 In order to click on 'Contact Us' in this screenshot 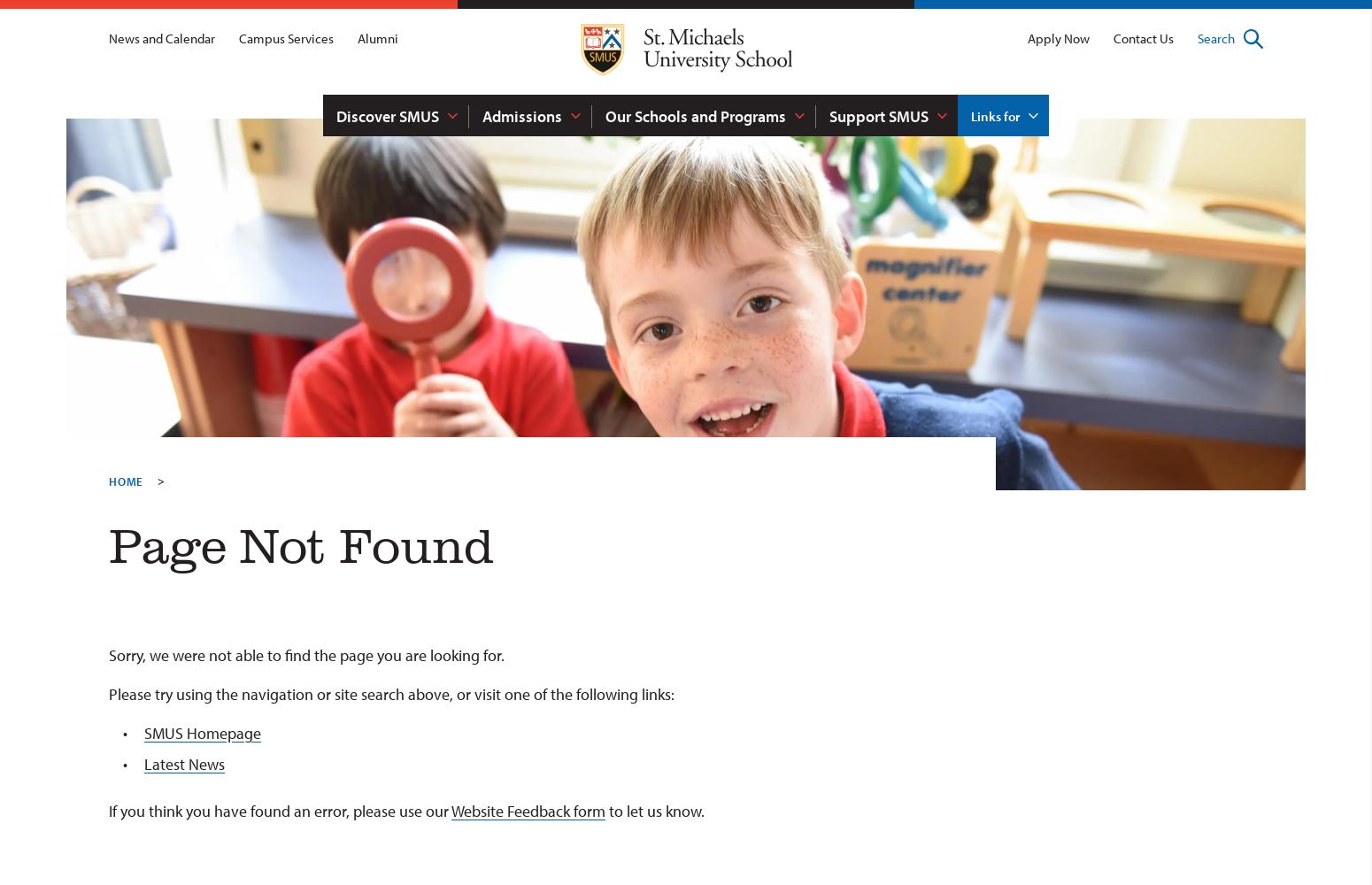, I will do `click(1112, 38)`.